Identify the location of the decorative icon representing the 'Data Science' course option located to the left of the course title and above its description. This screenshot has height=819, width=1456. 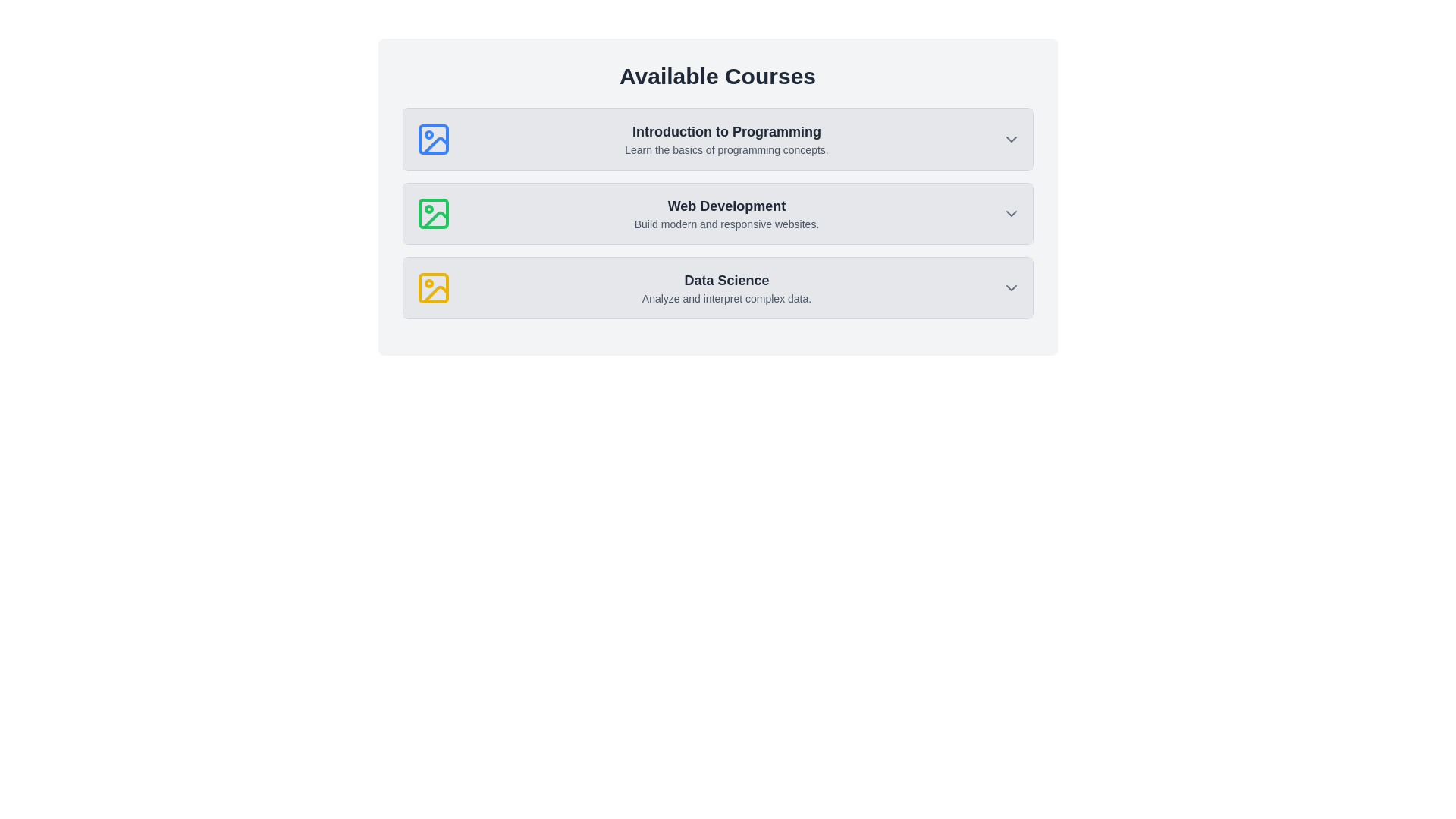
(432, 288).